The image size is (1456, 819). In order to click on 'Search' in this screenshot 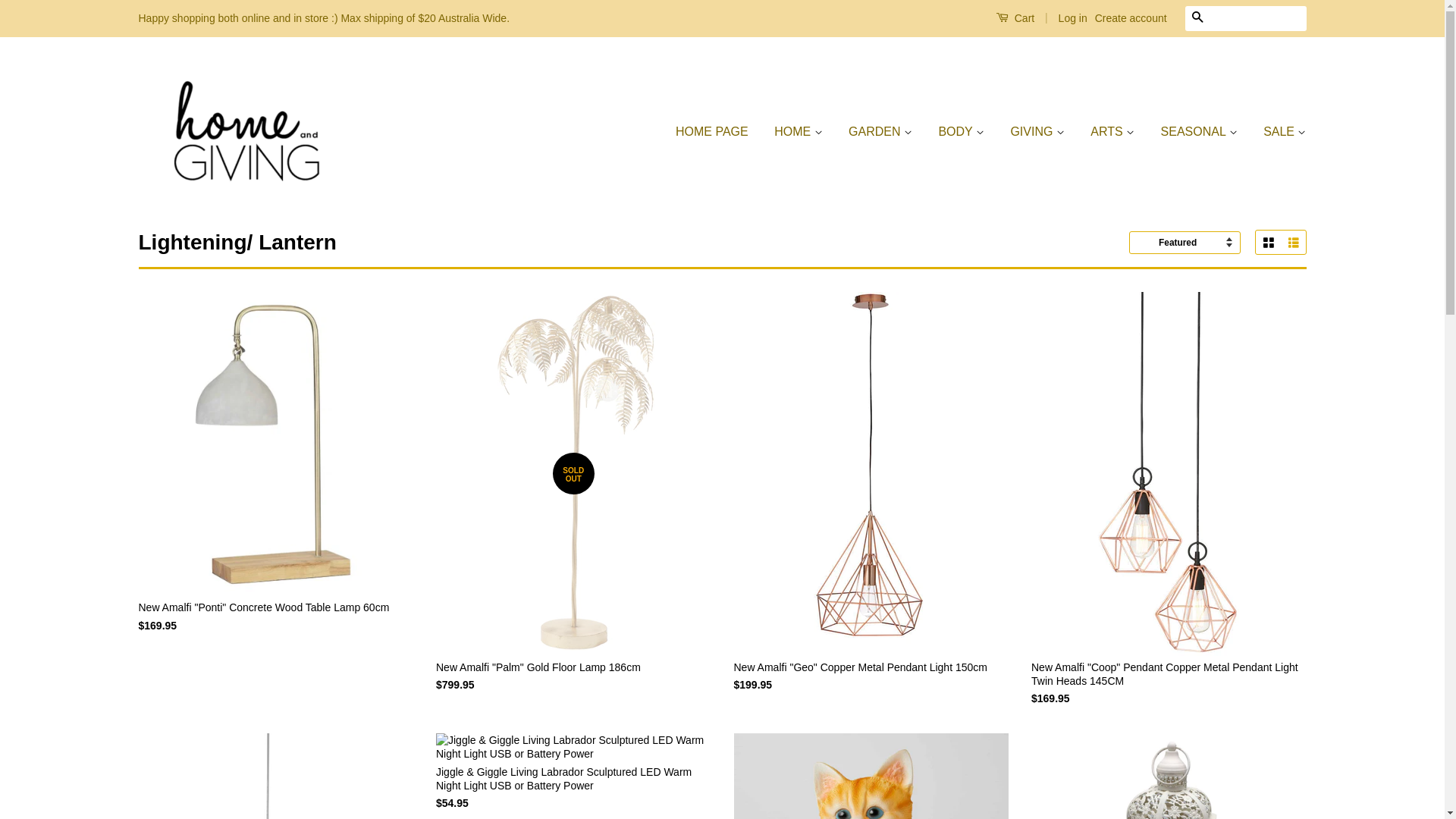, I will do `click(1183, 18)`.